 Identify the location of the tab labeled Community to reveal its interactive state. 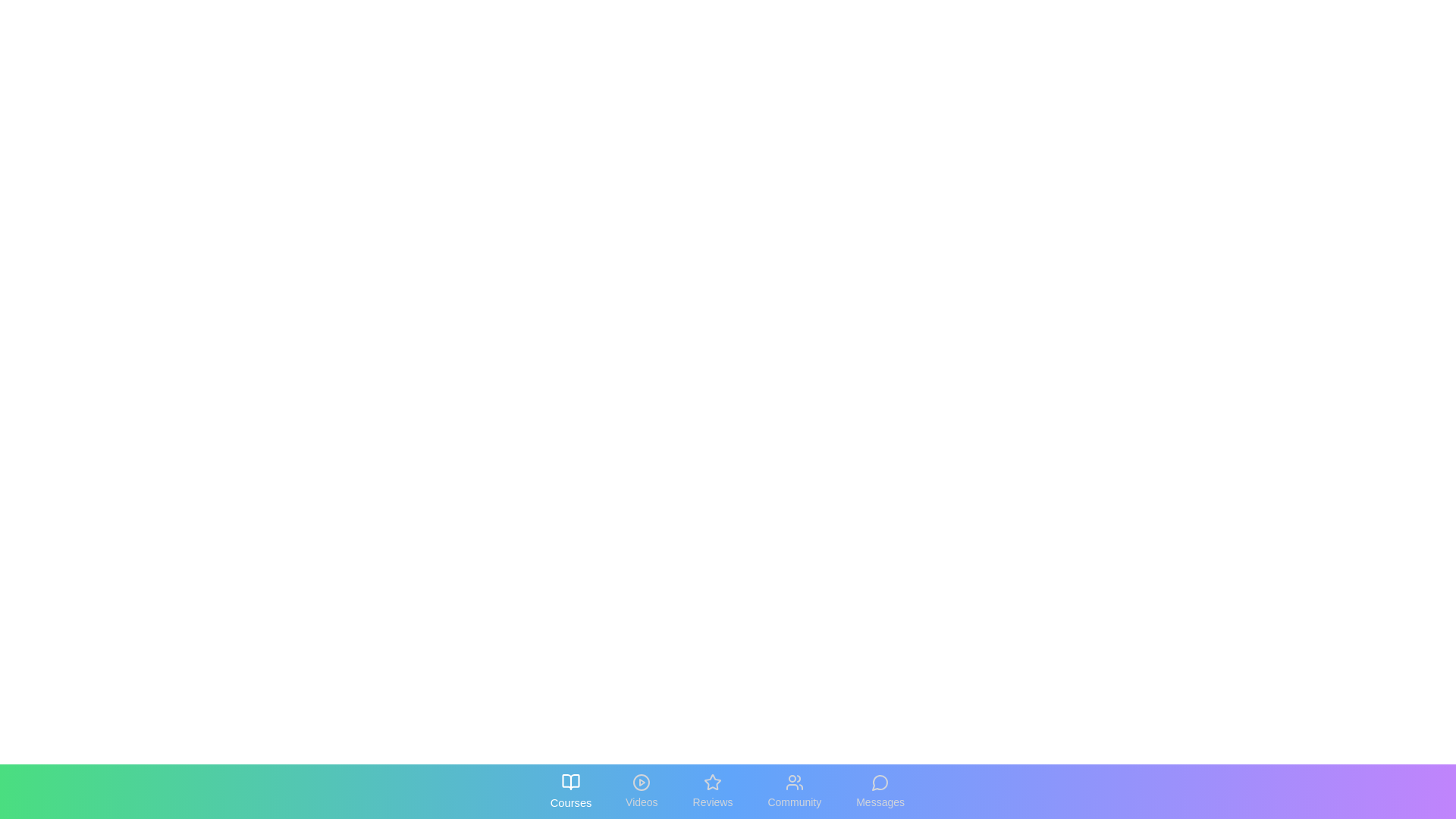
(793, 791).